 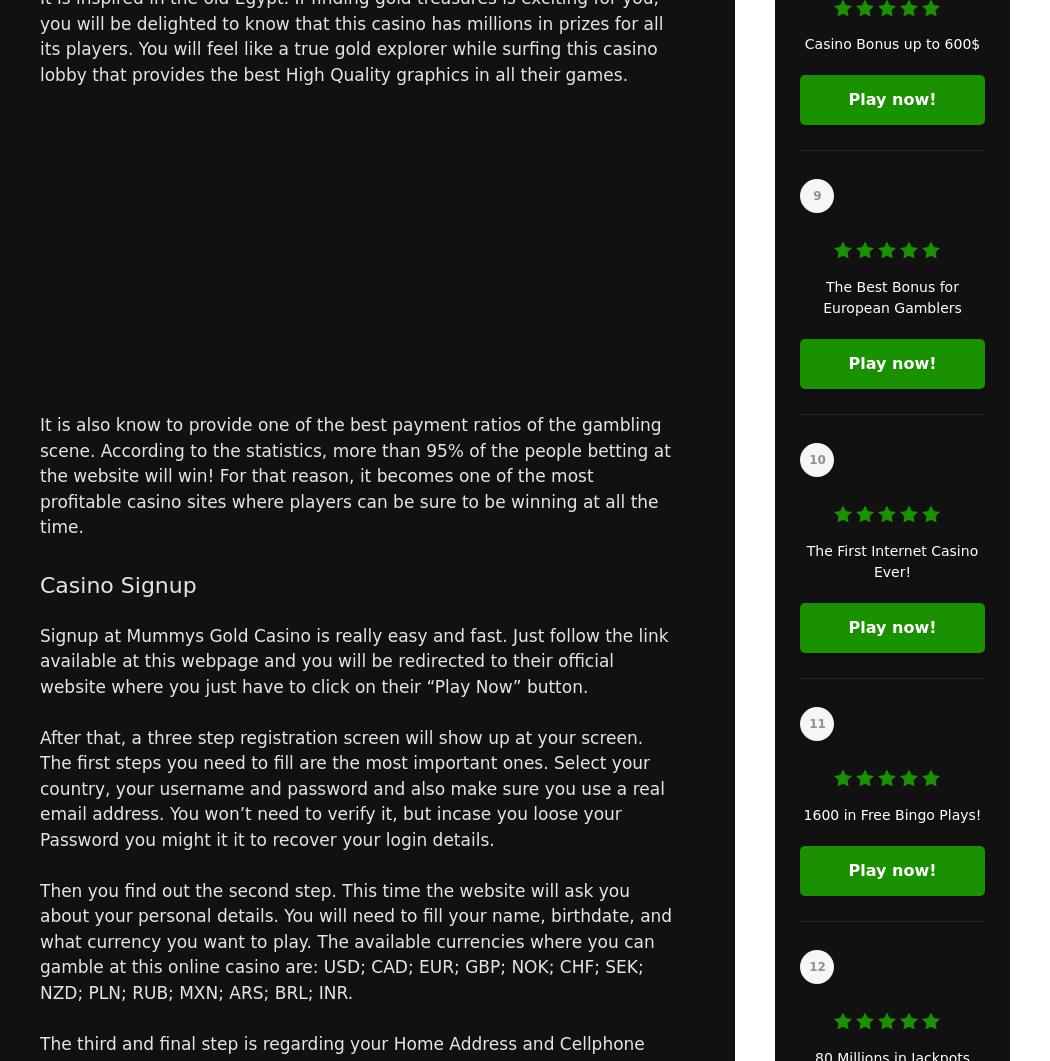 I want to click on 'The First Internet Casino Ever!', so click(x=890, y=559).